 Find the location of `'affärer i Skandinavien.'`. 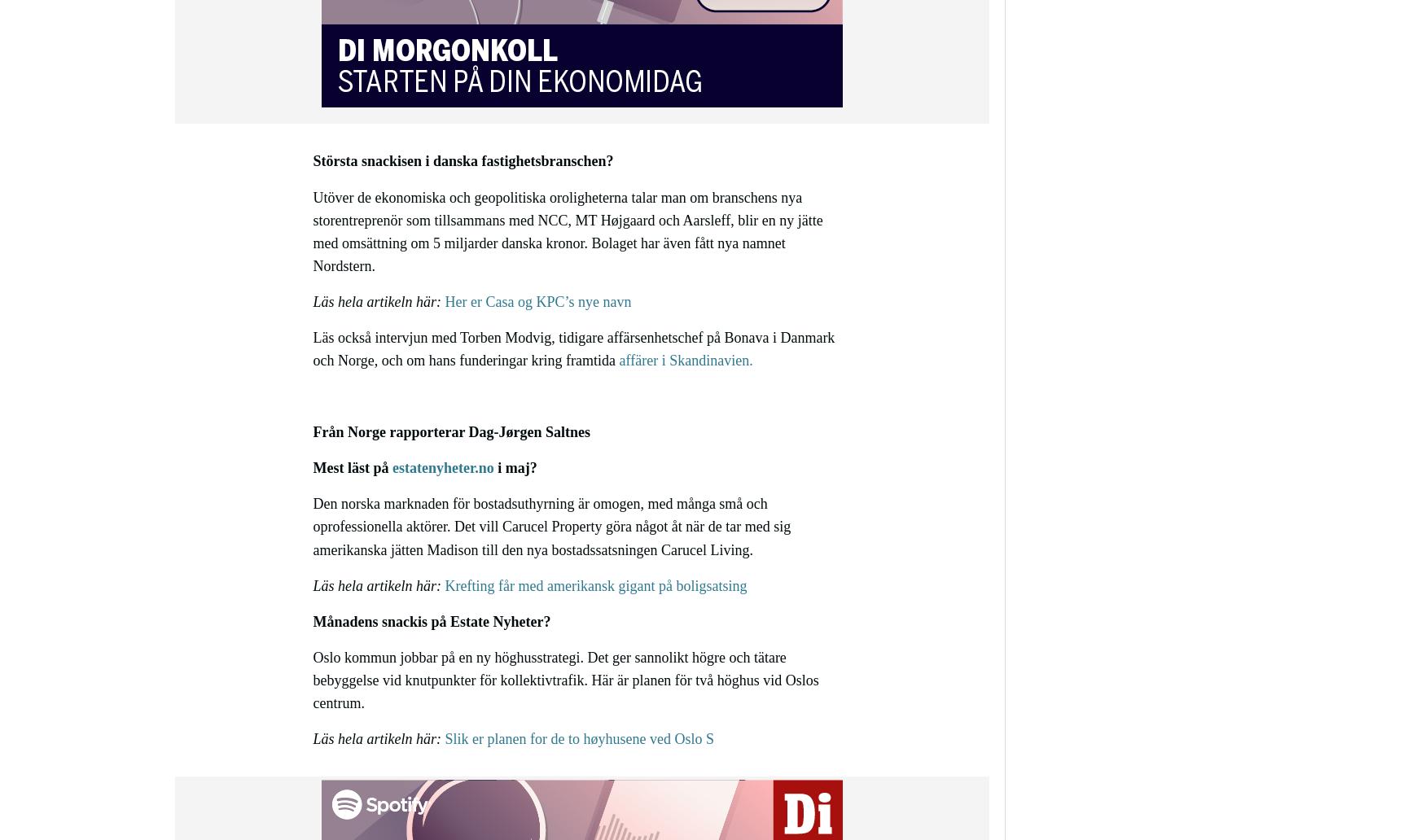

'affärer i Skandinavien.' is located at coordinates (685, 360).